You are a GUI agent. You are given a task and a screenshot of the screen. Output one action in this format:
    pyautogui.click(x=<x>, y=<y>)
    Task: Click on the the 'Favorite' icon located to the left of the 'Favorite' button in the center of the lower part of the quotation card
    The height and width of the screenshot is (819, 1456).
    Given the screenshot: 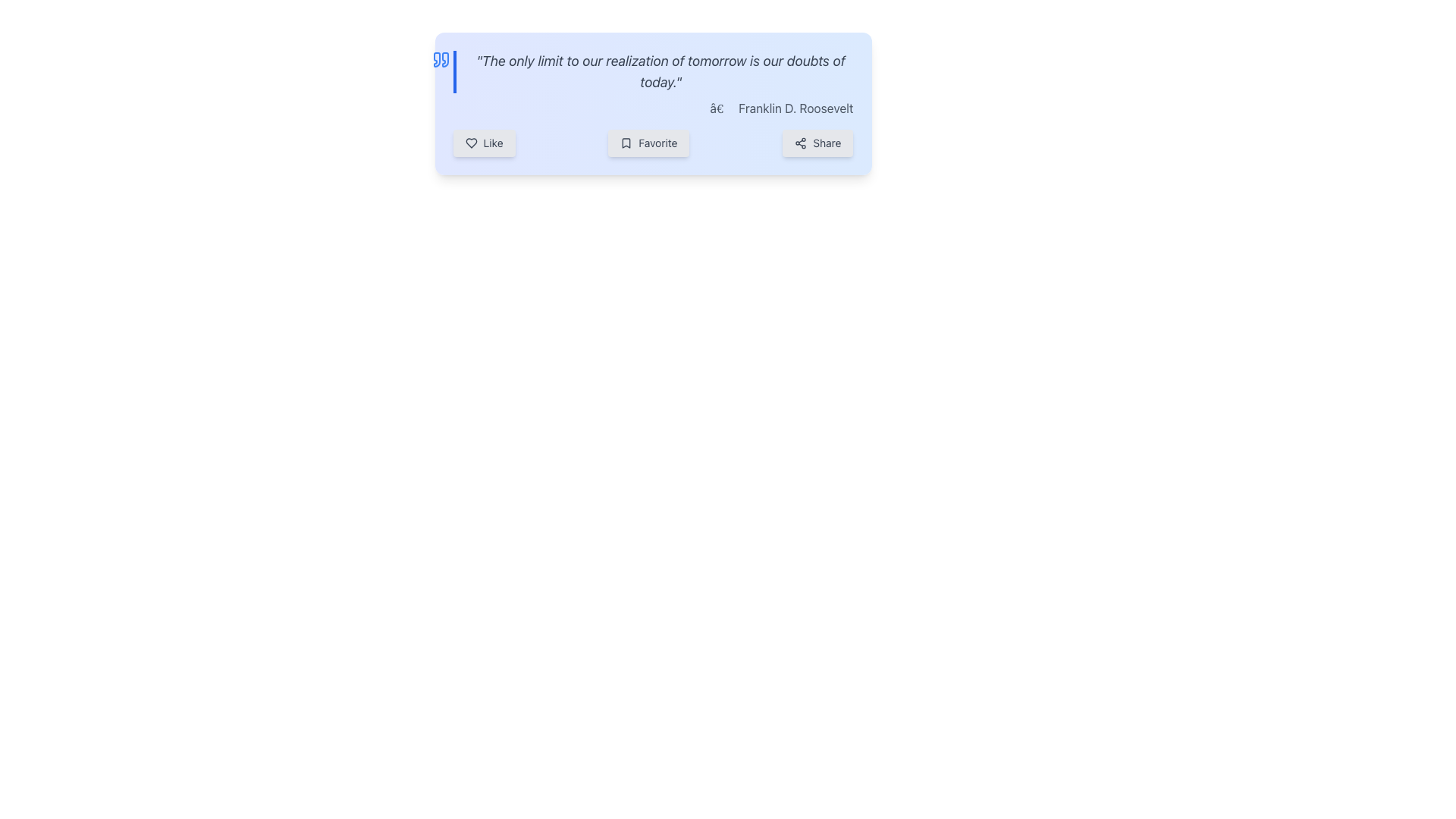 What is the action you would take?
    pyautogui.click(x=626, y=143)
    